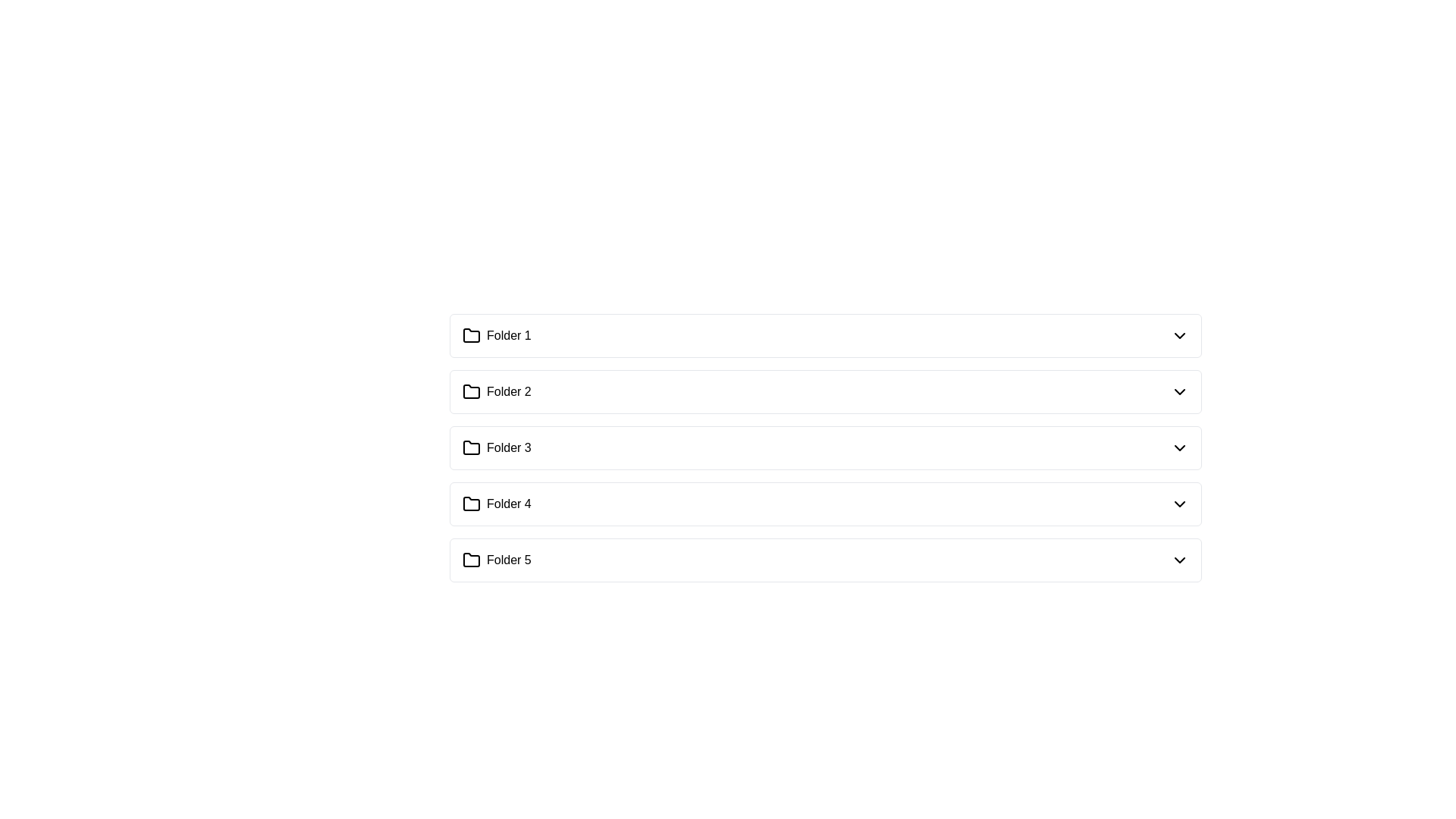 Image resolution: width=1456 pixels, height=819 pixels. I want to click on the folder icon represented by an SVG graphic with smooth edges, located to the left of the text label 'Folder 1', so click(471, 334).